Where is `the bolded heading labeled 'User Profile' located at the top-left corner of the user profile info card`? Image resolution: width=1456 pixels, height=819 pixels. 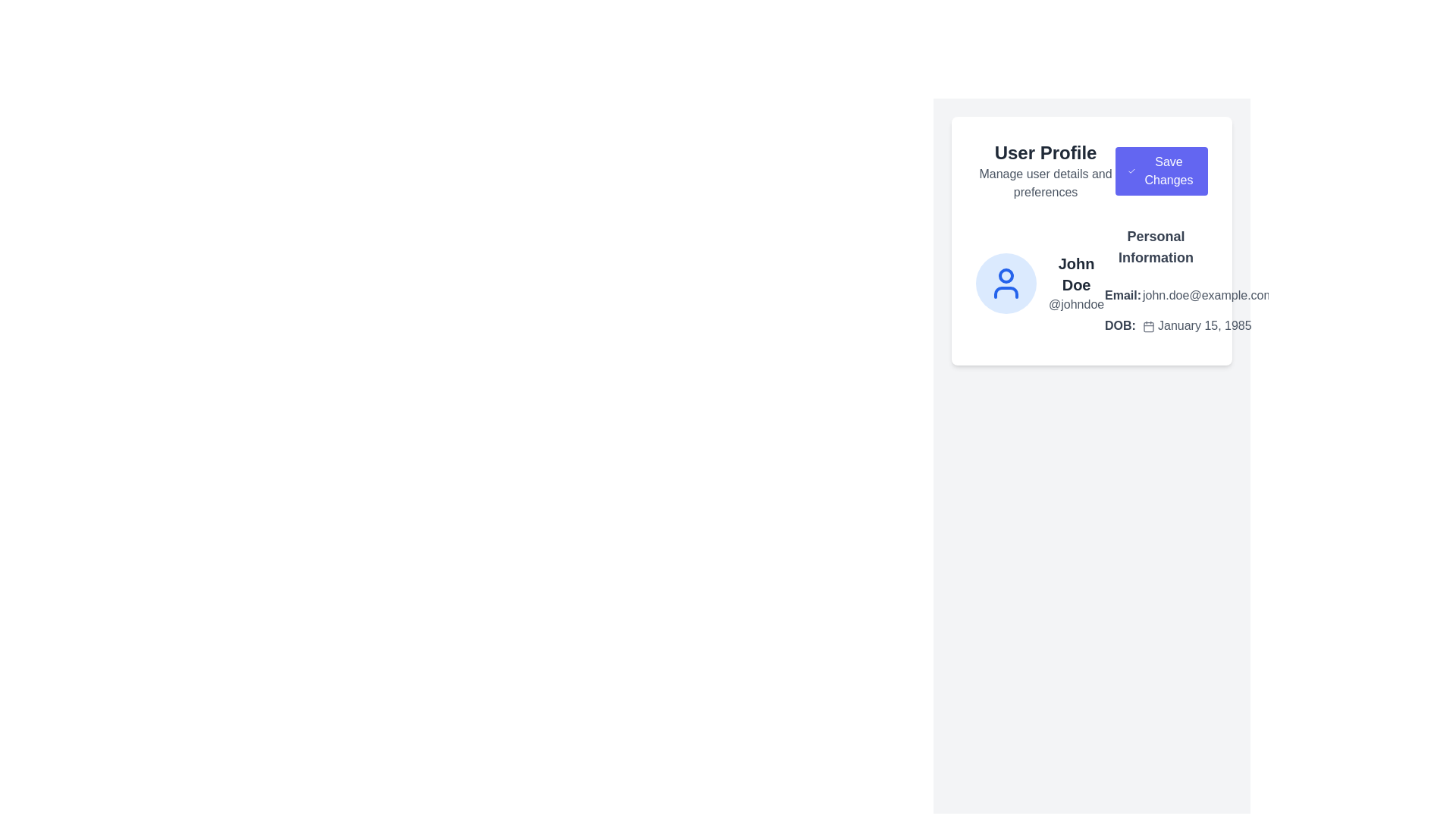 the bolded heading labeled 'User Profile' located at the top-left corner of the user profile info card is located at coordinates (1045, 152).